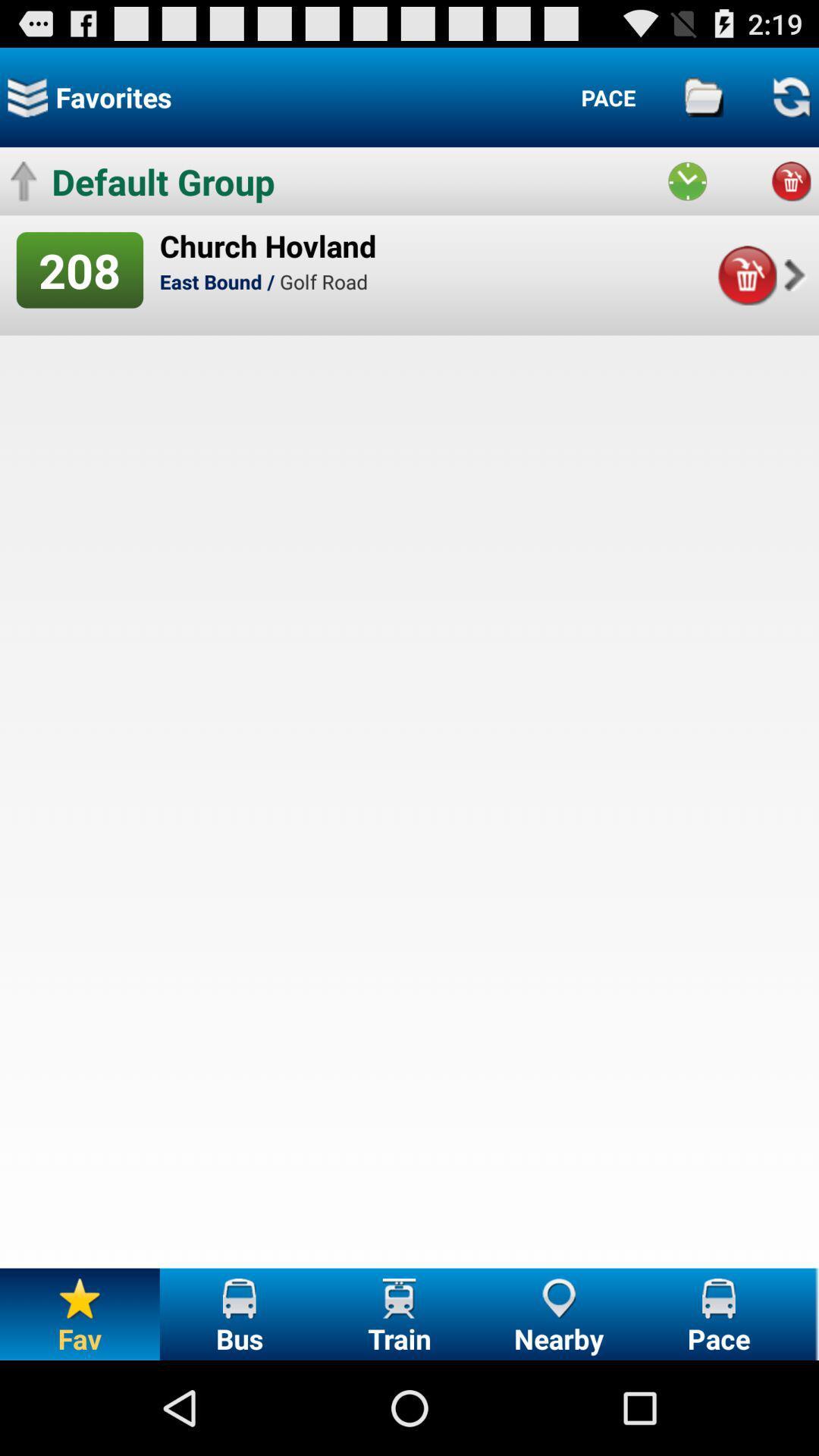 This screenshot has height=1456, width=819. What do you see at coordinates (24, 181) in the screenshot?
I see `the icon left to the default group` at bounding box center [24, 181].